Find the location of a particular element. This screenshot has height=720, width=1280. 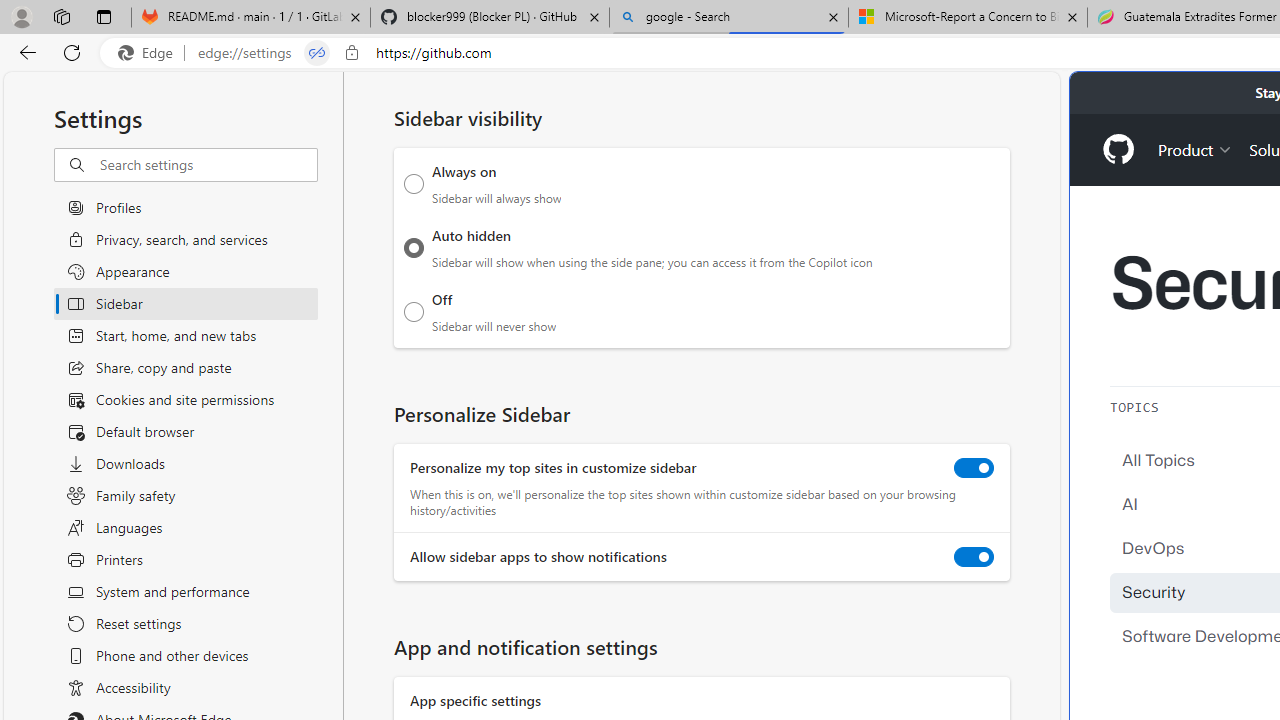

'Allow sidebar apps to show notifications' is located at coordinates (974, 557).